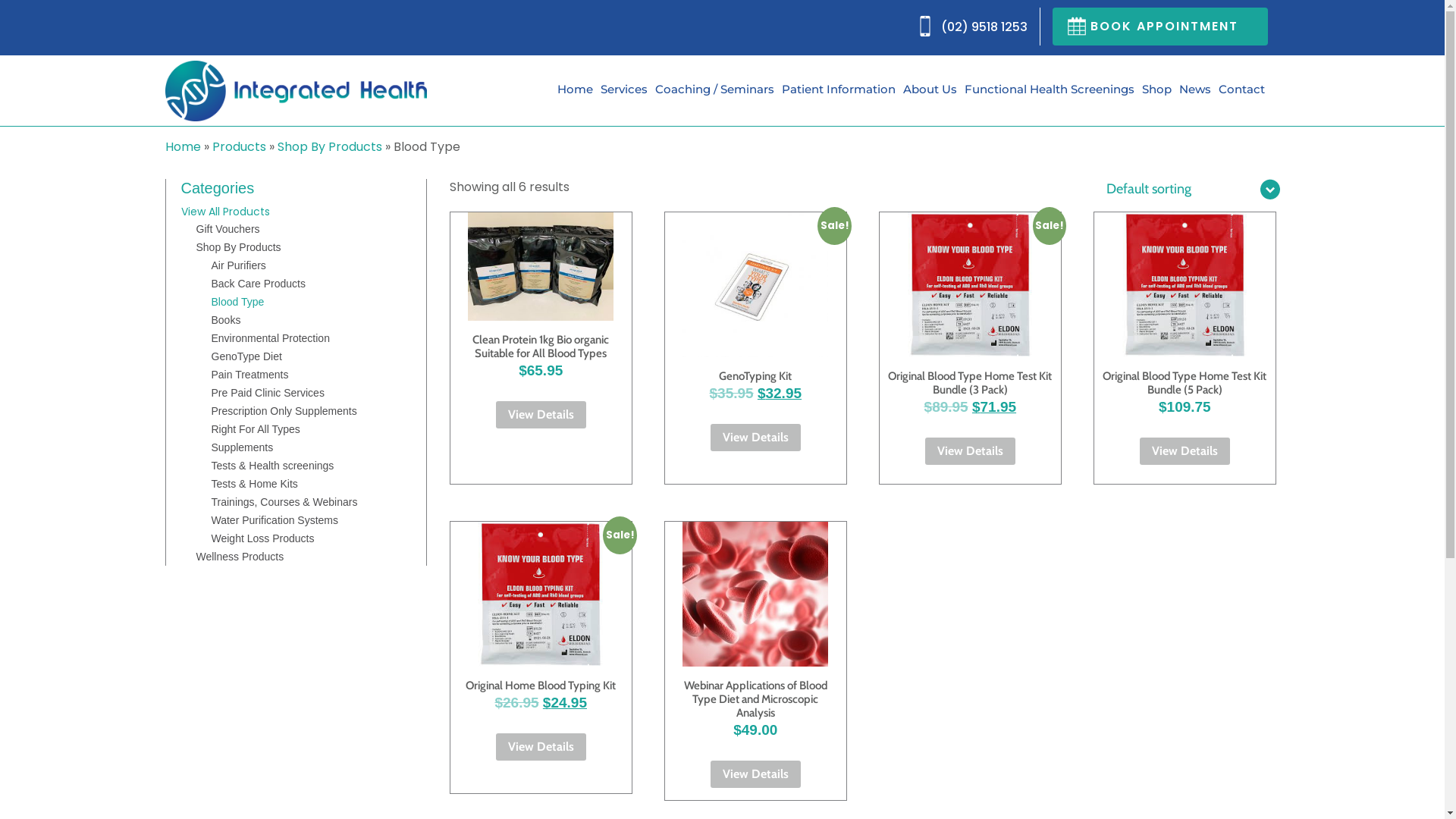  I want to click on 'Air Purifiers', so click(237, 265).